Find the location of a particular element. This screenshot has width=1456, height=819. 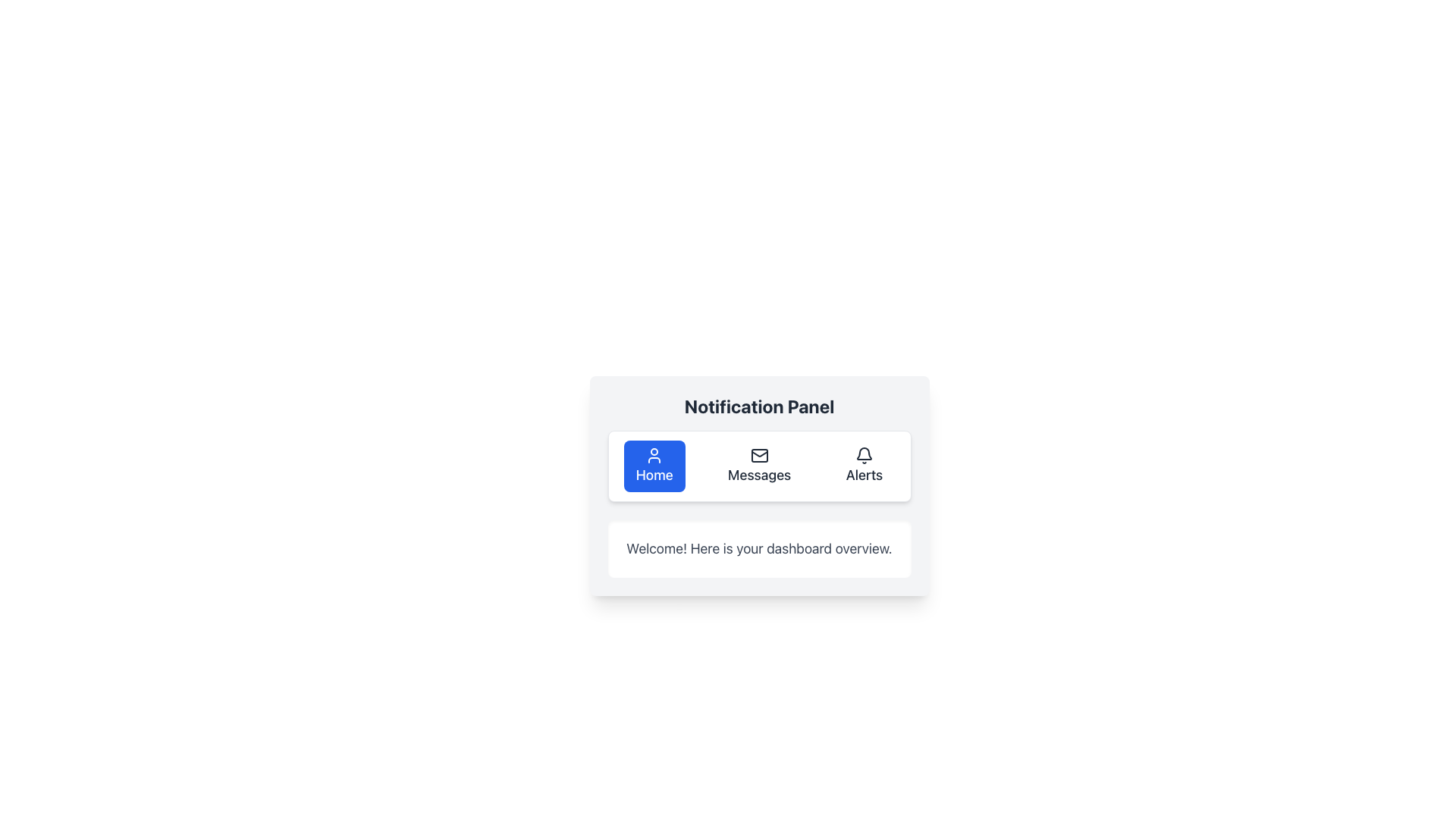

the 'Messages' icon is located at coordinates (759, 455).